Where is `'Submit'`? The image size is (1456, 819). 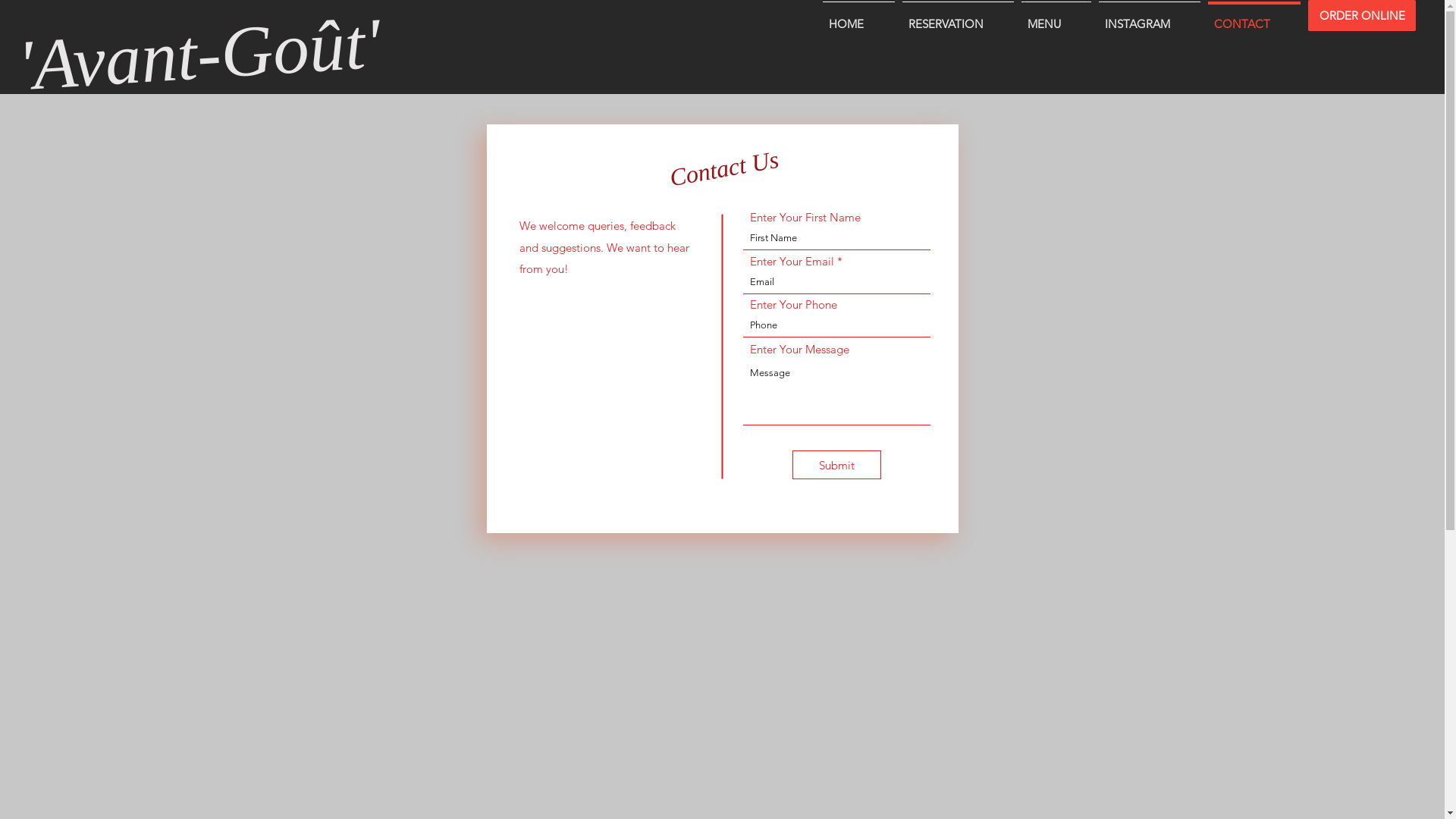 'Submit' is located at coordinates (835, 464).